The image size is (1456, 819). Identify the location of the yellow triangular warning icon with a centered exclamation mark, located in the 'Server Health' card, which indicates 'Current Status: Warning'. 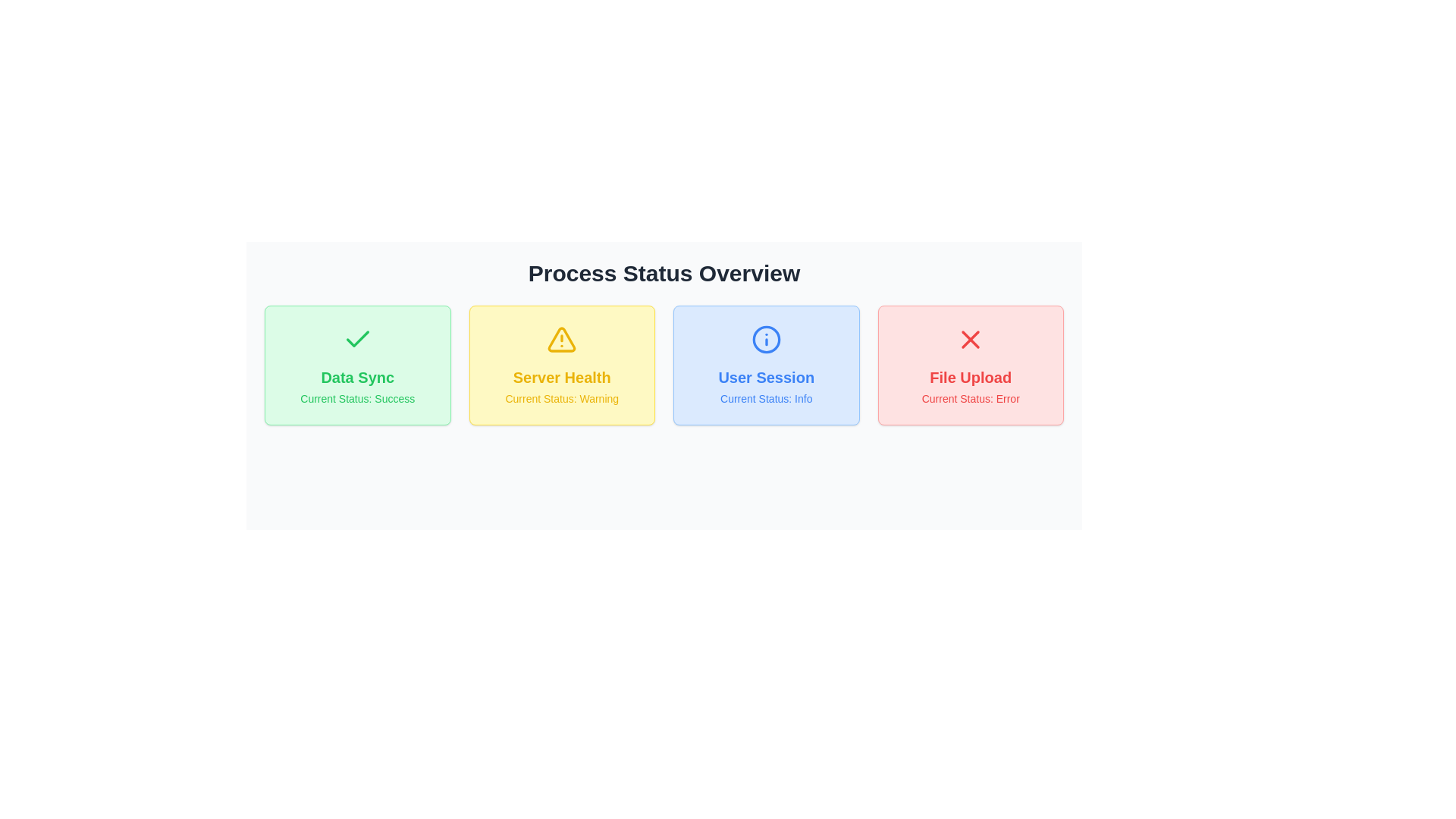
(561, 338).